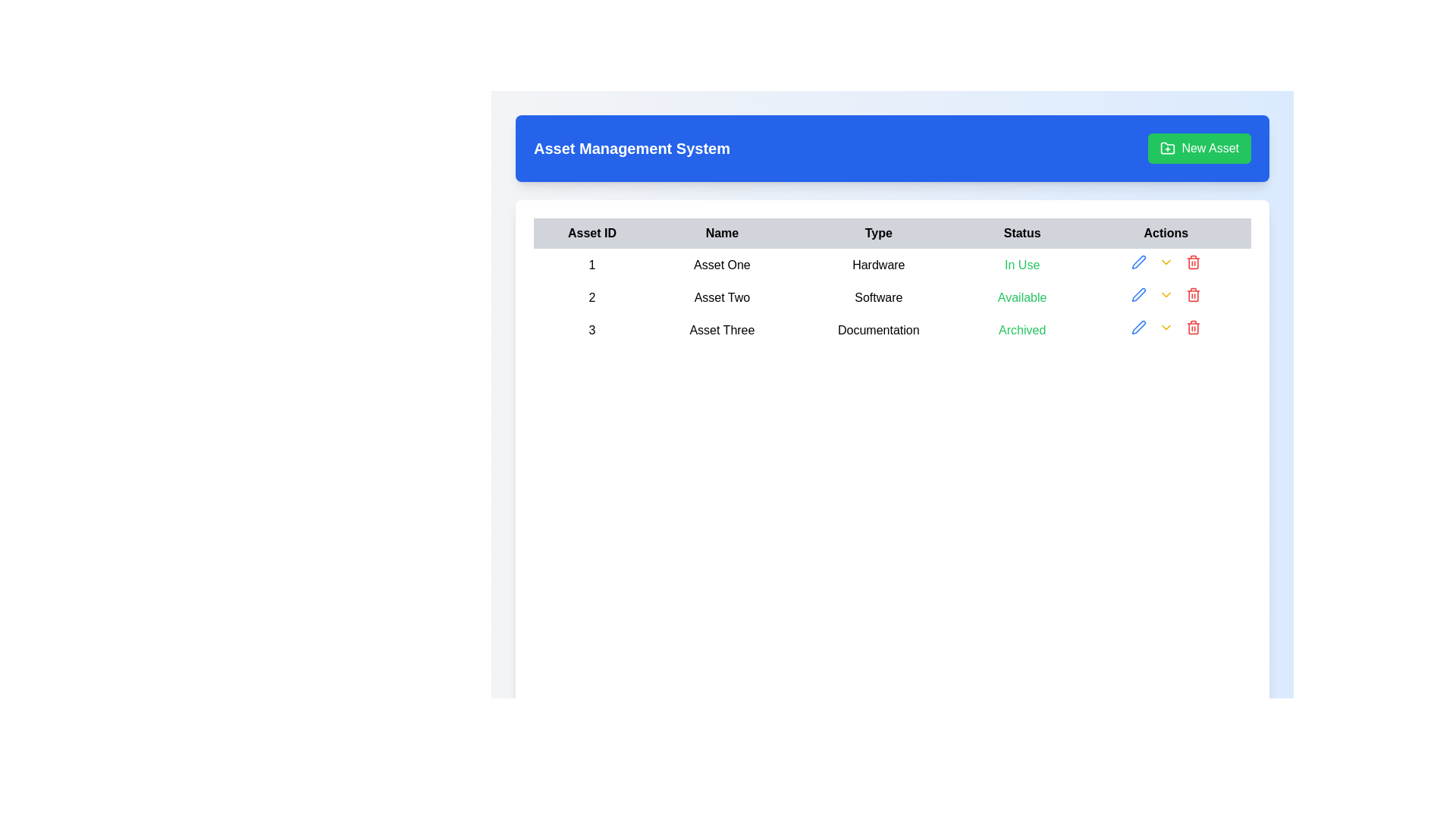  Describe the element at coordinates (721, 329) in the screenshot. I see `the 'Asset Three' label in the third row of the table to inspect its details` at that location.